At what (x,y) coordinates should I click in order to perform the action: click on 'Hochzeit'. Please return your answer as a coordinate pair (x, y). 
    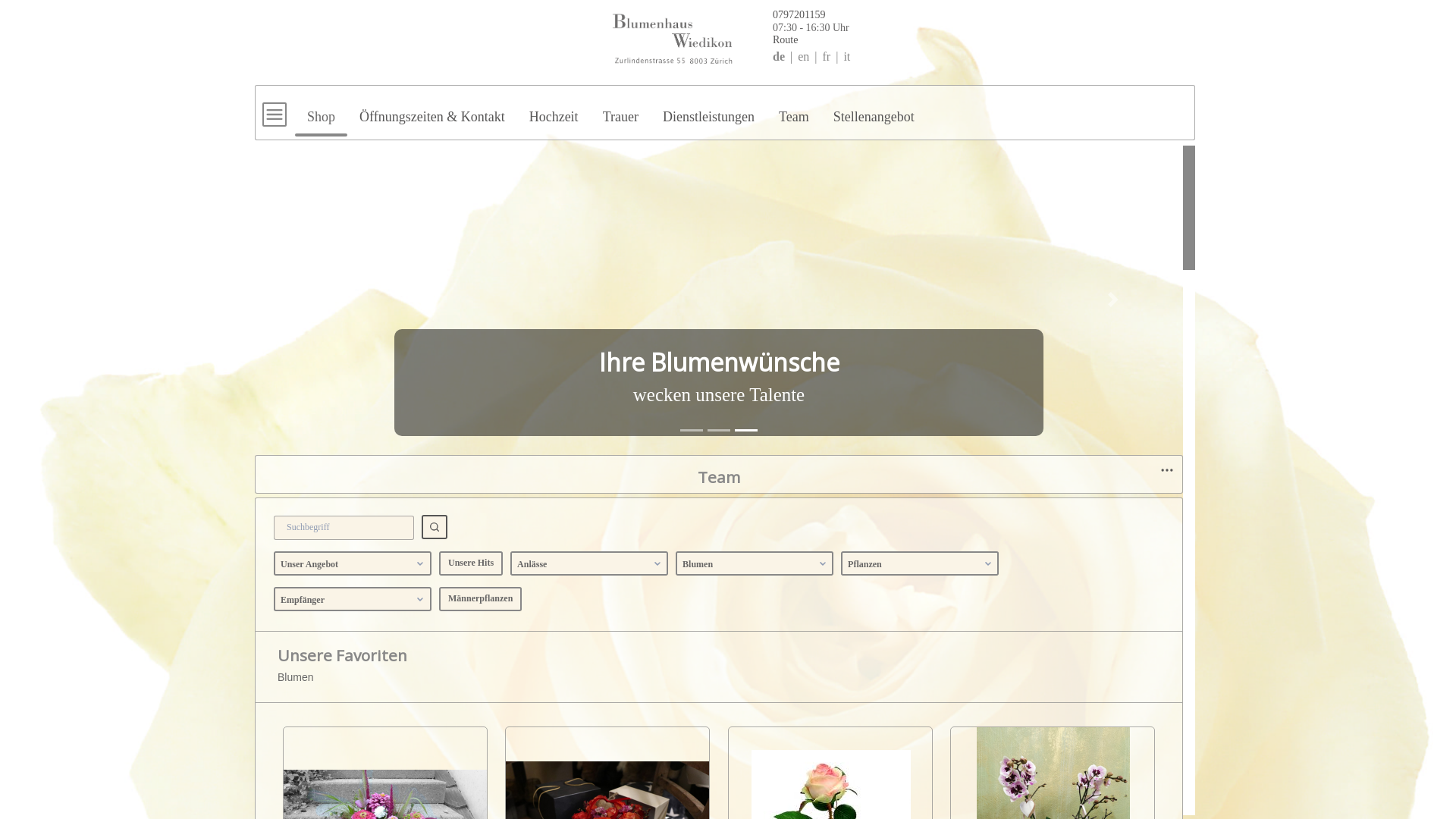
    Looking at the image, I should click on (553, 109).